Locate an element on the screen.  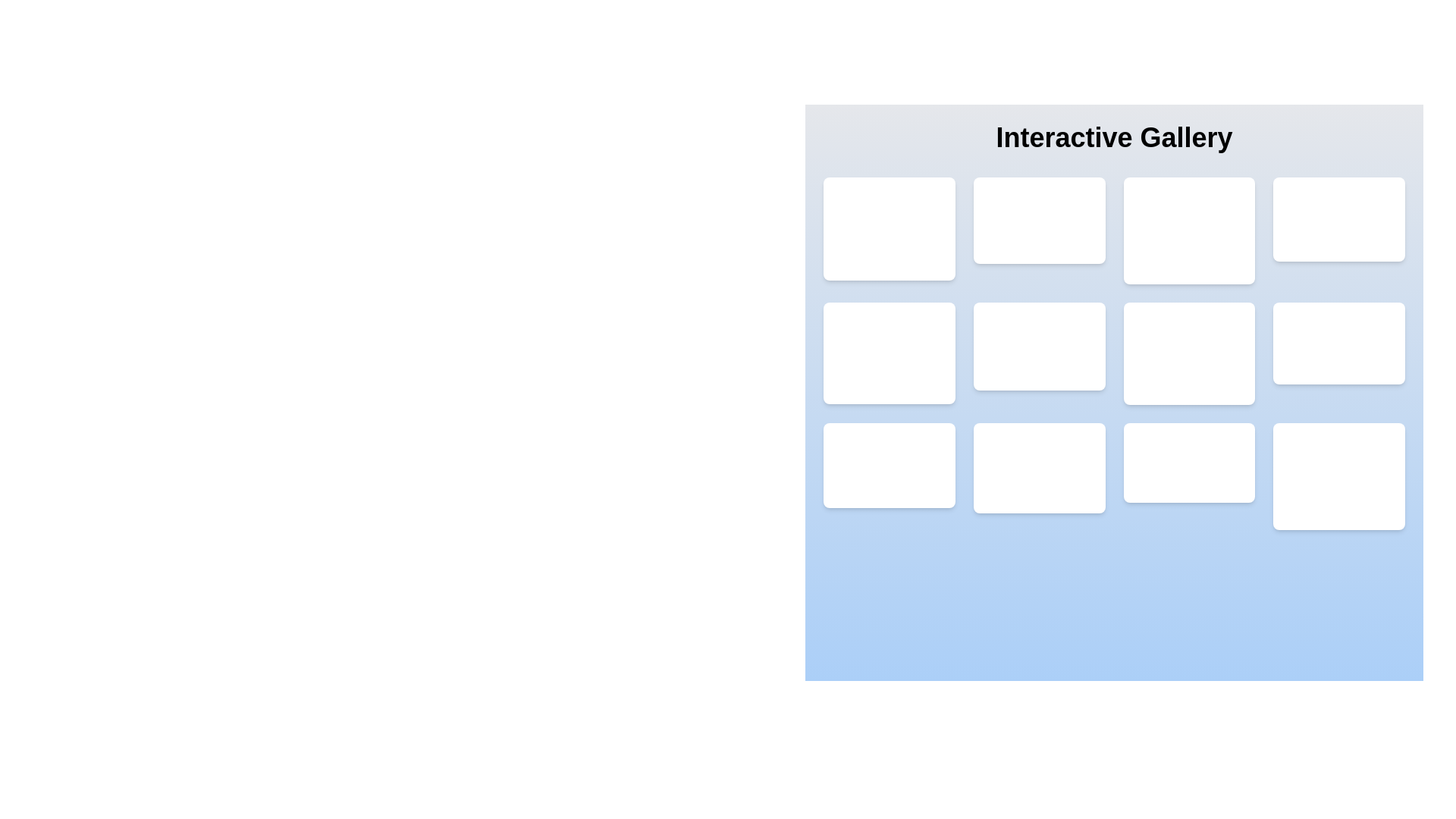
the Content card titled 'Artwork #4' which contains a description about the artwork is located at coordinates (1339, 219).